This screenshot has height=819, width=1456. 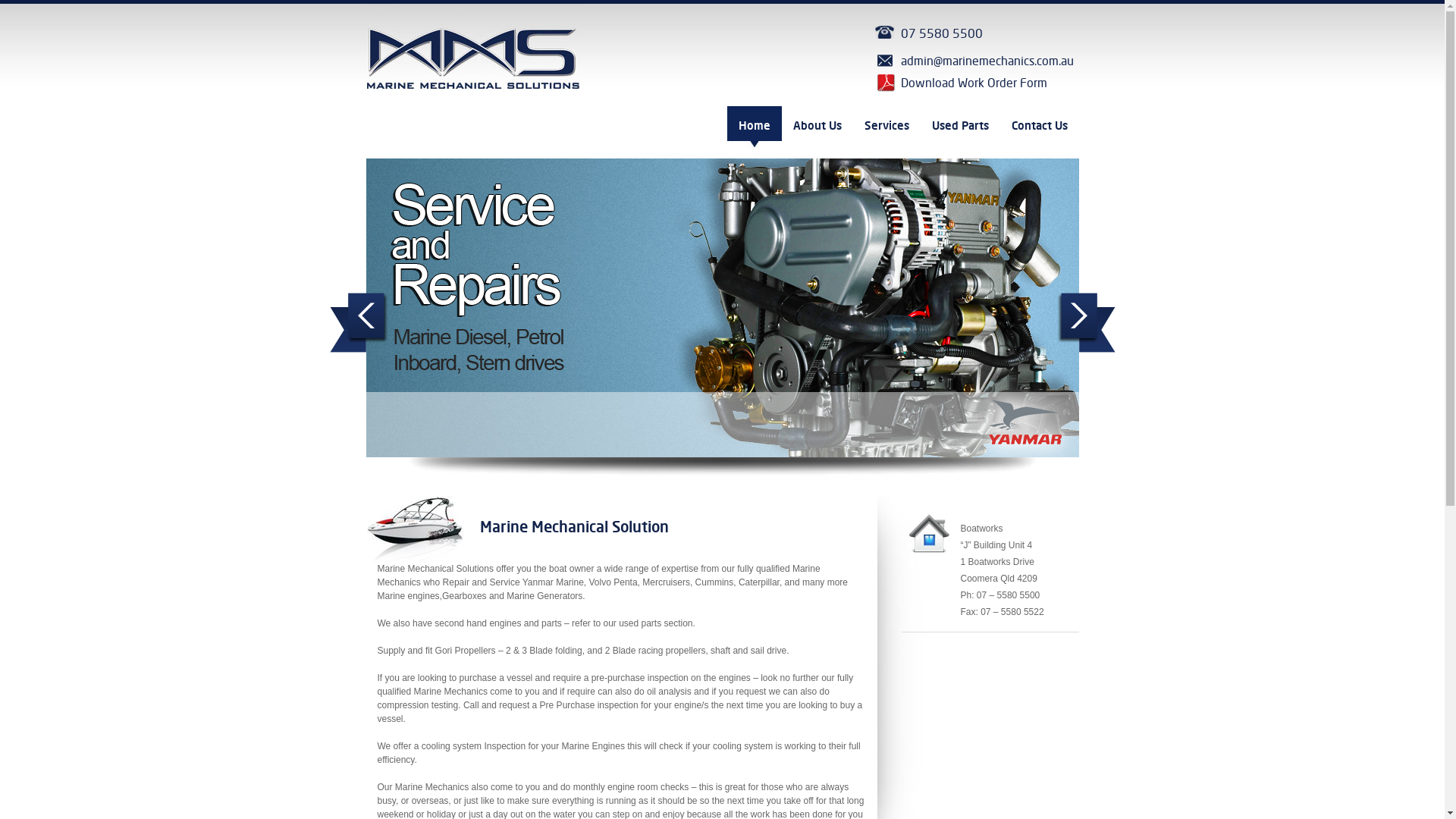 What do you see at coordinates (589, 480) in the screenshot?
I see `'2'` at bounding box center [589, 480].